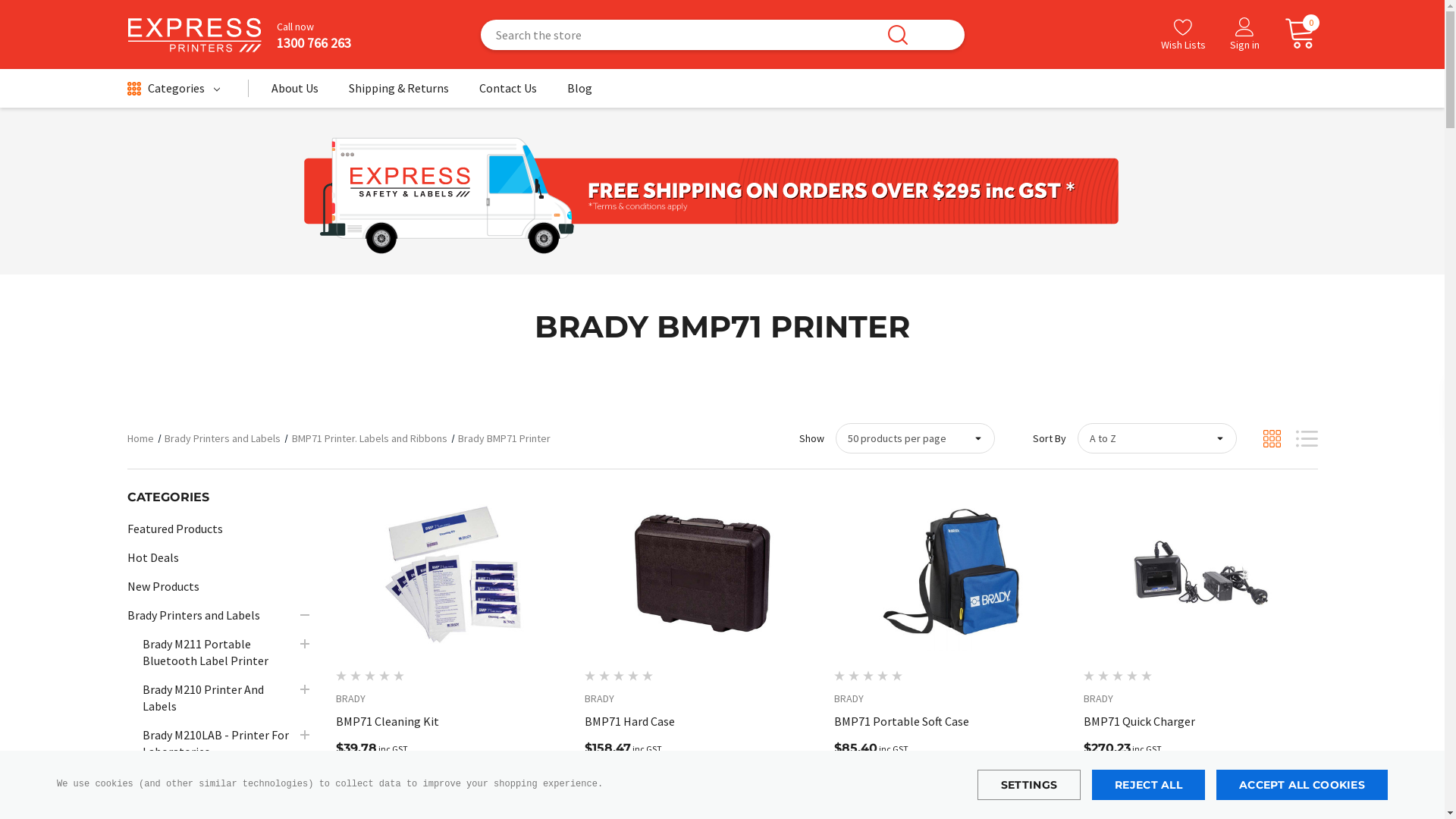 This screenshot has height=819, width=1456. Describe the element at coordinates (1270, 34) in the screenshot. I see `'0'` at that location.